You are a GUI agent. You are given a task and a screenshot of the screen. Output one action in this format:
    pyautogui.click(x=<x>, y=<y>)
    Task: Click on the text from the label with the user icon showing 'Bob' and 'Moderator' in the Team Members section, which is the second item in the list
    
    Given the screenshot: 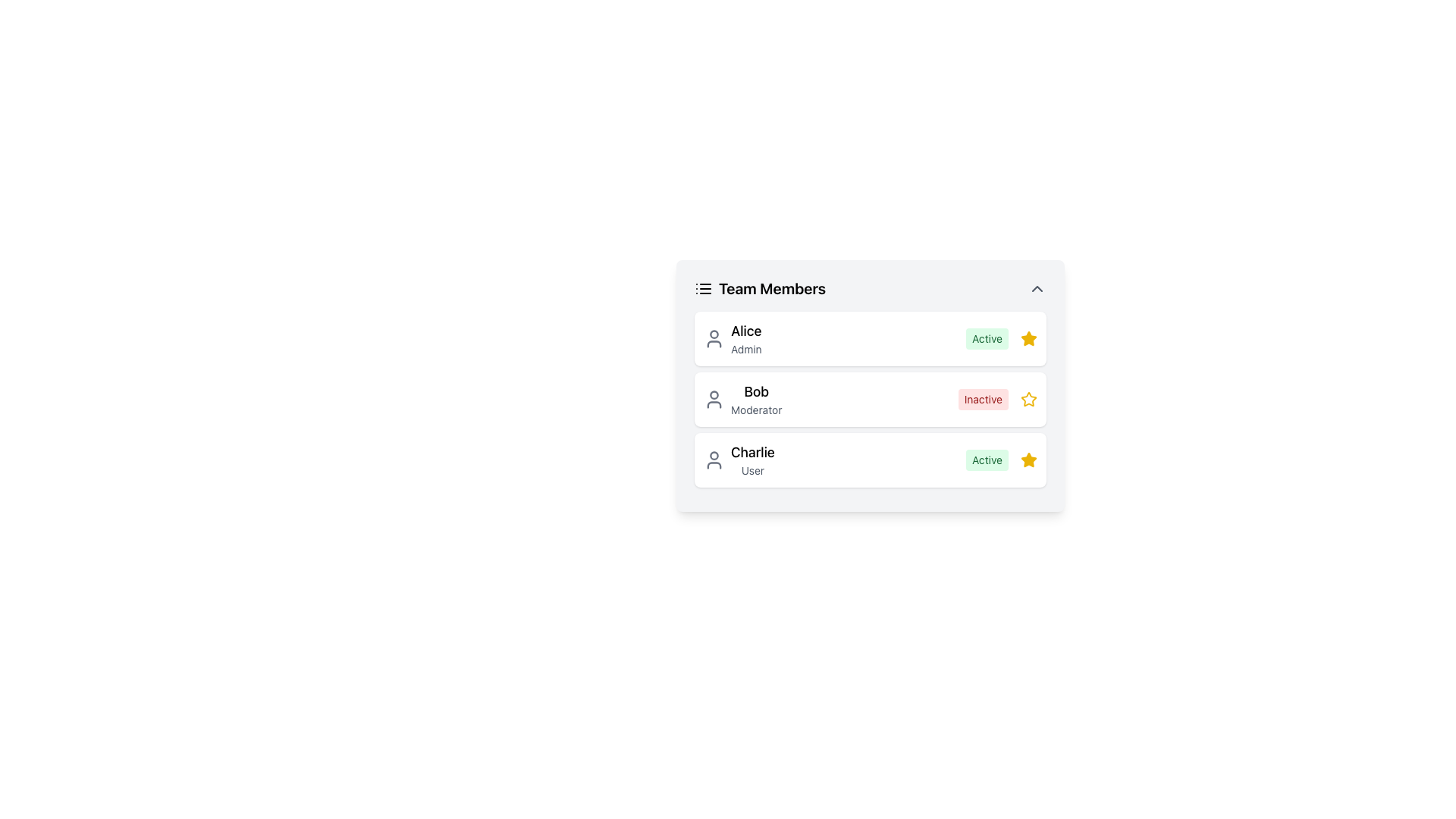 What is the action you would take?
    pyautogui.click(x=742, y=399)
    